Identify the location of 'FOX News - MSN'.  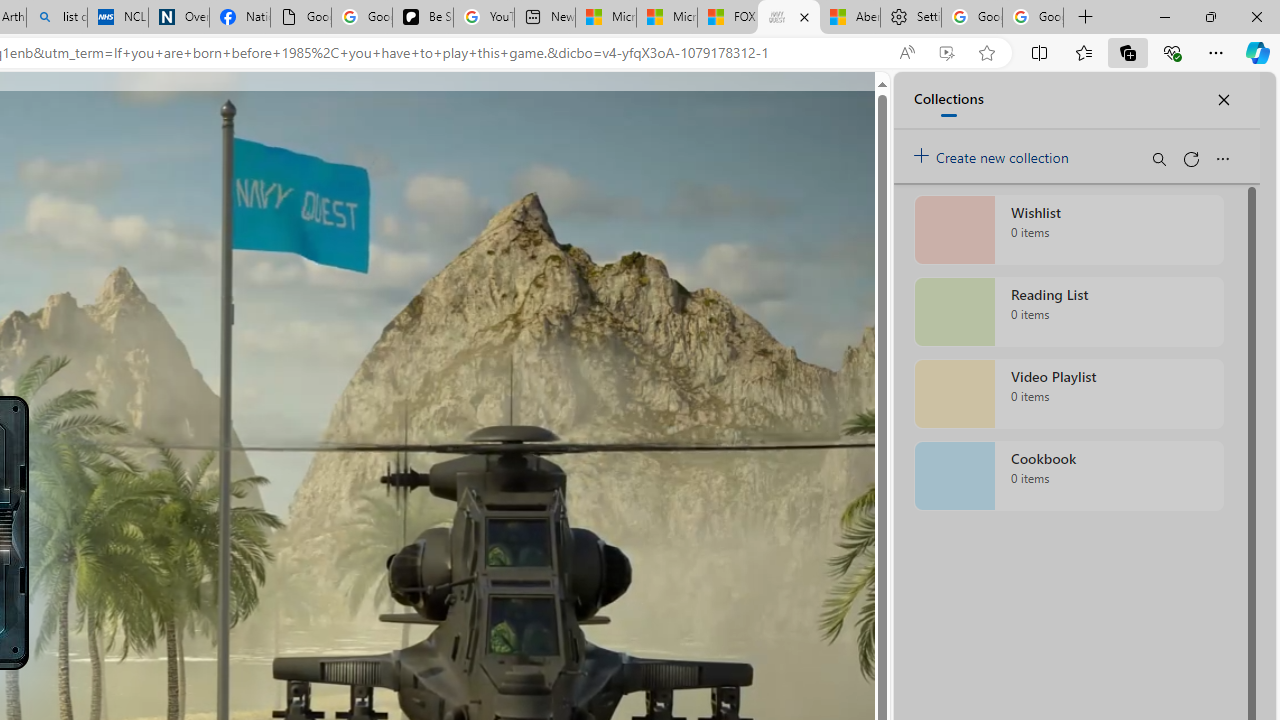
(726, 17).